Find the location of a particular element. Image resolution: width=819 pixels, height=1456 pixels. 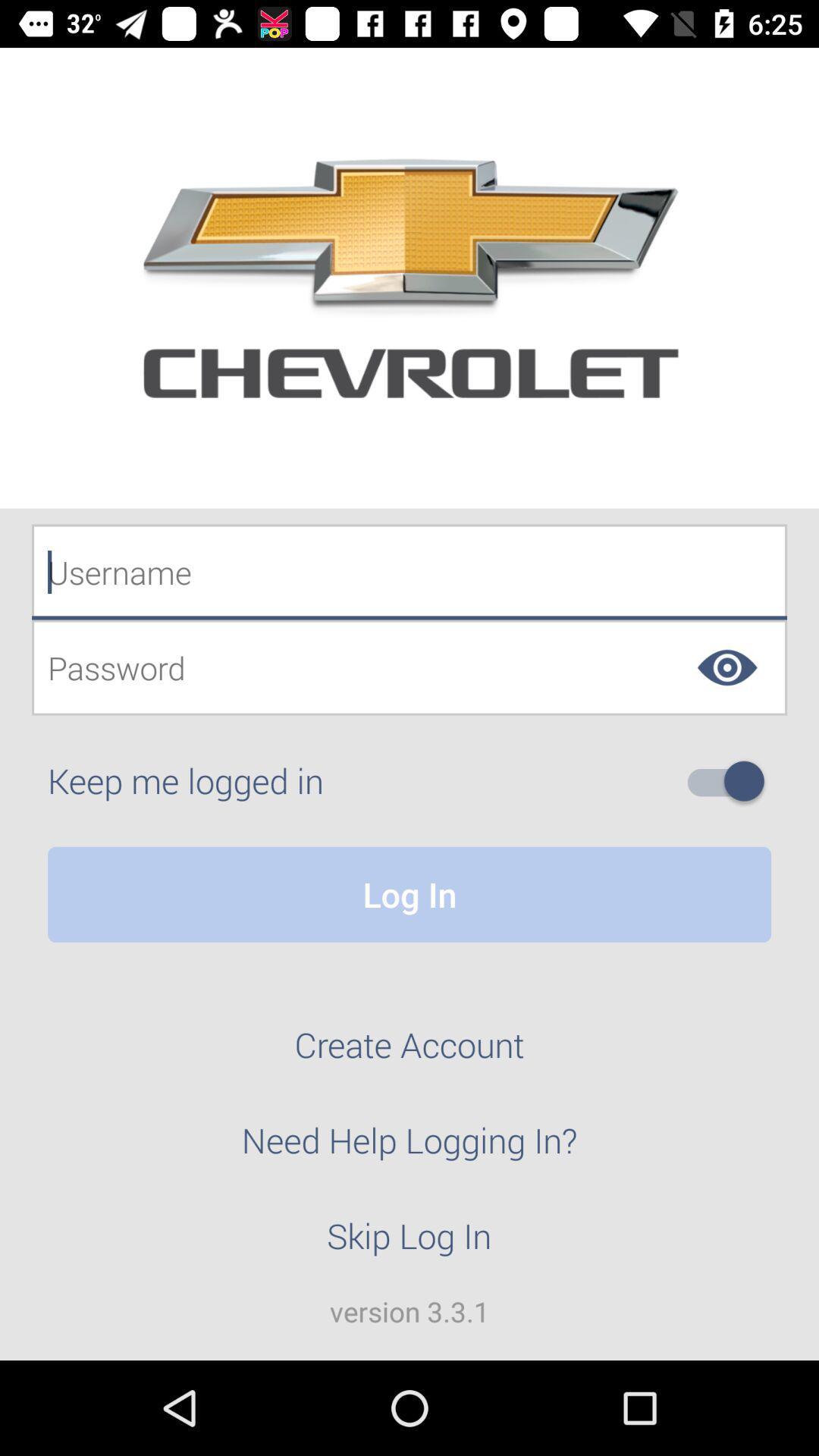

create account is located at coordinates (409, 1053).